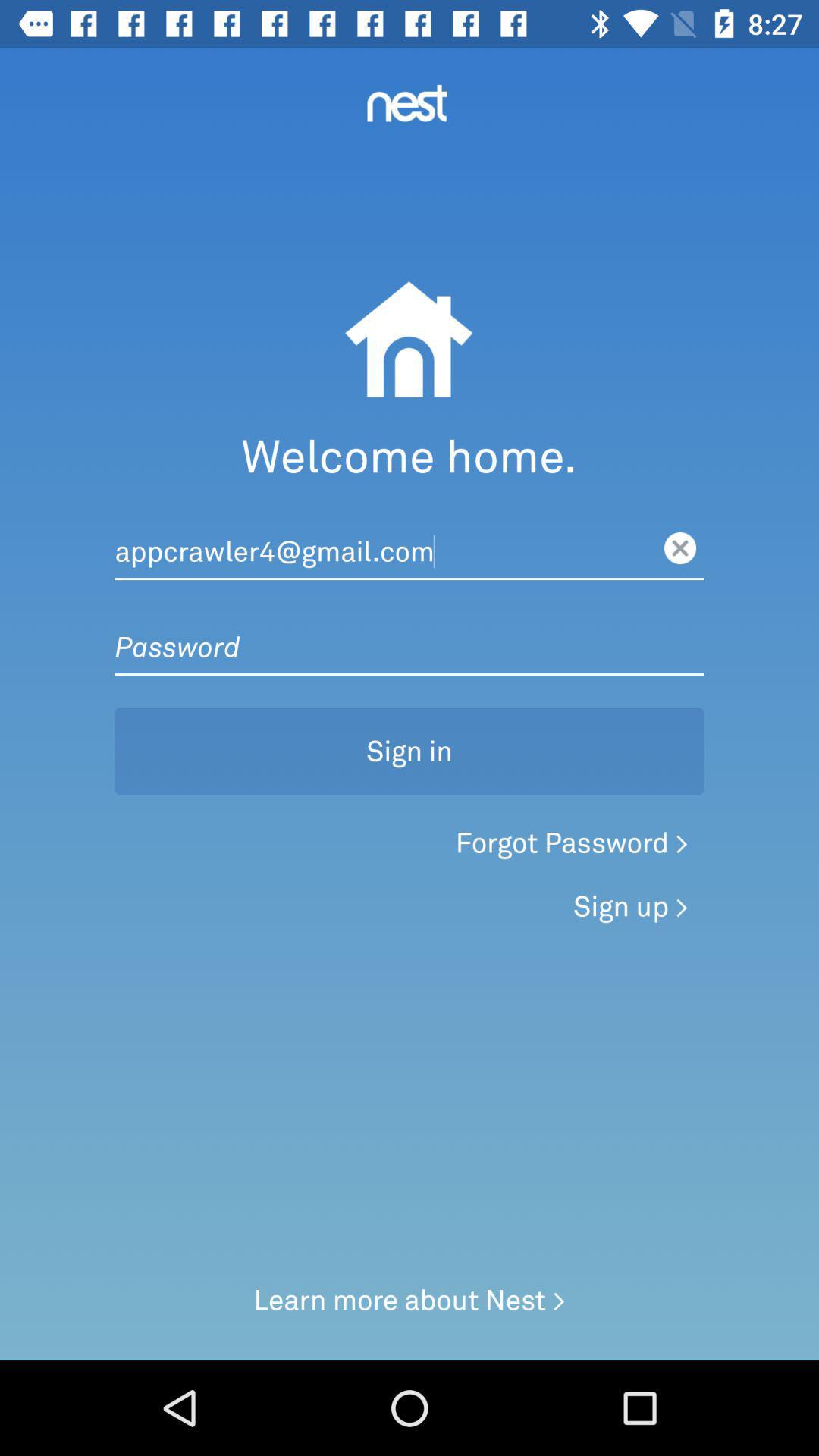 The width and height of the screenshot is (819, 1456). Describe the element at coordinates (409, 536) in the screenshot. I see `mail text field` at that location.